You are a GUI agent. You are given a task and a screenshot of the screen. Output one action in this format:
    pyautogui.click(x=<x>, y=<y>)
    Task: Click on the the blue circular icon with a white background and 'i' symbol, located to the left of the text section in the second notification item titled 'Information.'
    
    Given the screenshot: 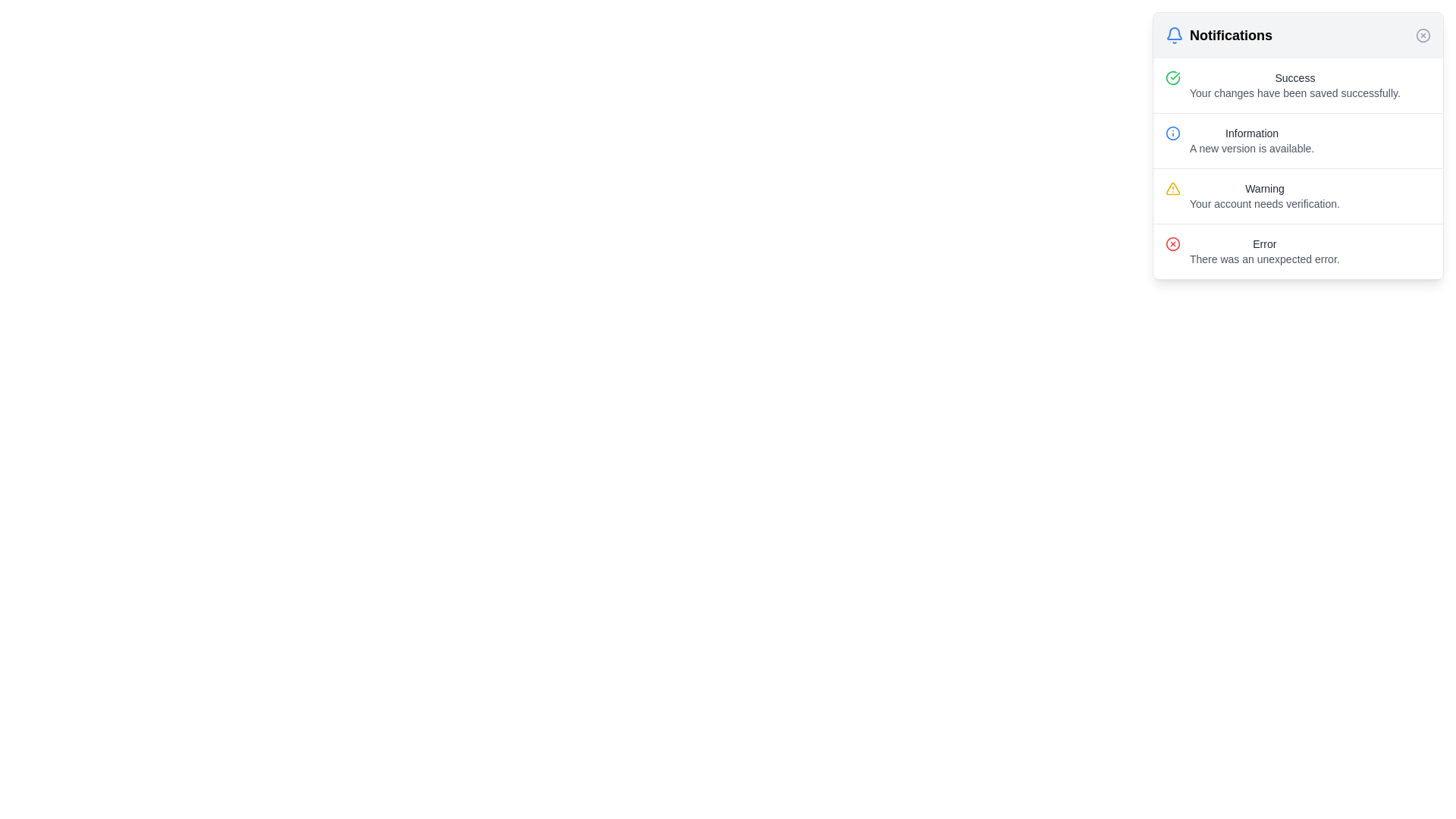 What is the action you would take?
    pyautogui.click(x=1172, y=133)
    